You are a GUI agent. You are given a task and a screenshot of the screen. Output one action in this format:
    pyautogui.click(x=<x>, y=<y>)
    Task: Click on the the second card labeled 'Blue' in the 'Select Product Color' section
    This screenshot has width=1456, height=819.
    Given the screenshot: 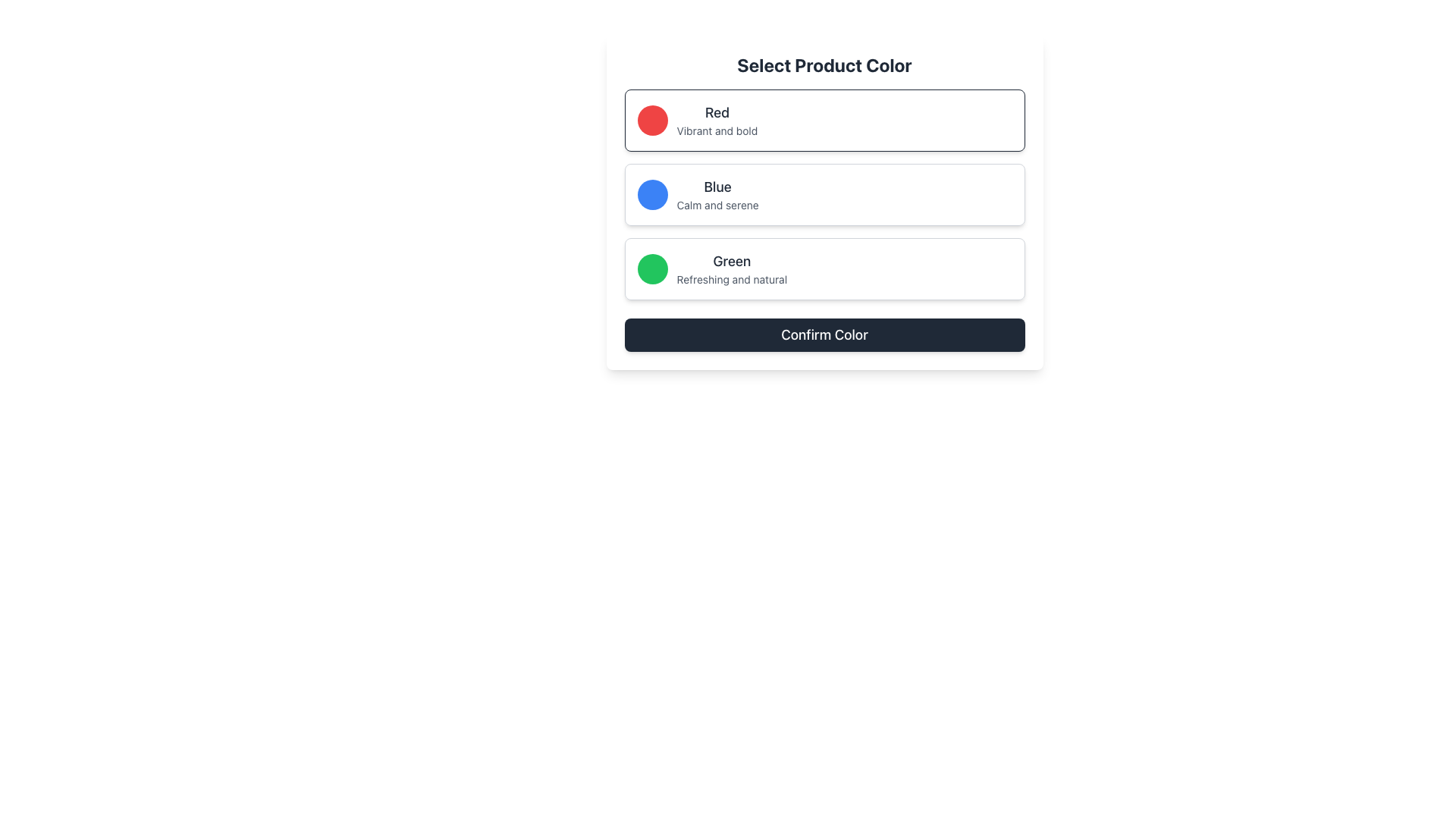 What is the action you would take?
    pyautogui.click(x=824, y=201)
    